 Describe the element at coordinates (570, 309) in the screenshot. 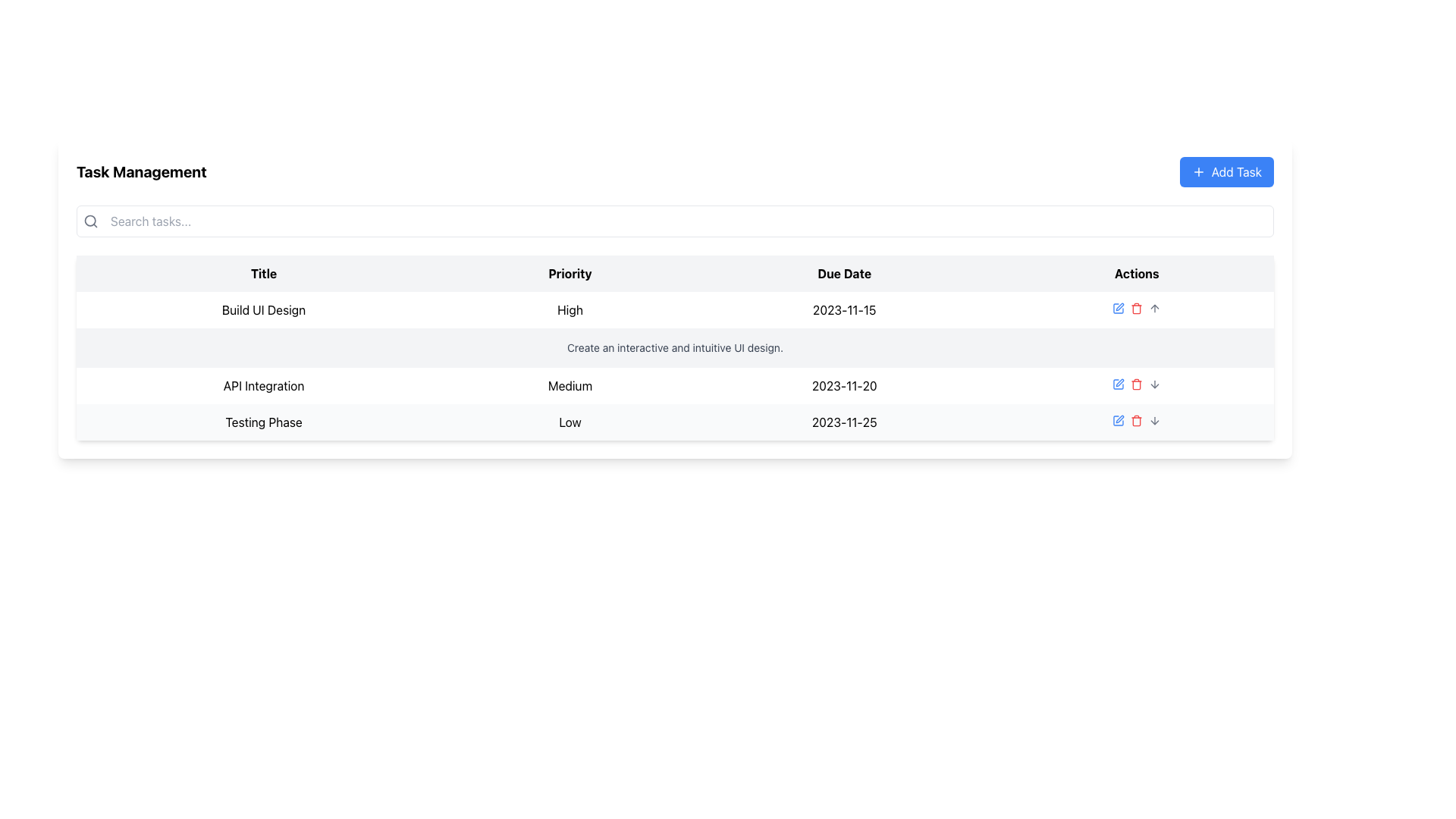

I see `the text label 'High' in the 'Priority' column of the task management table for the task 'Build UI Design'` at that location.